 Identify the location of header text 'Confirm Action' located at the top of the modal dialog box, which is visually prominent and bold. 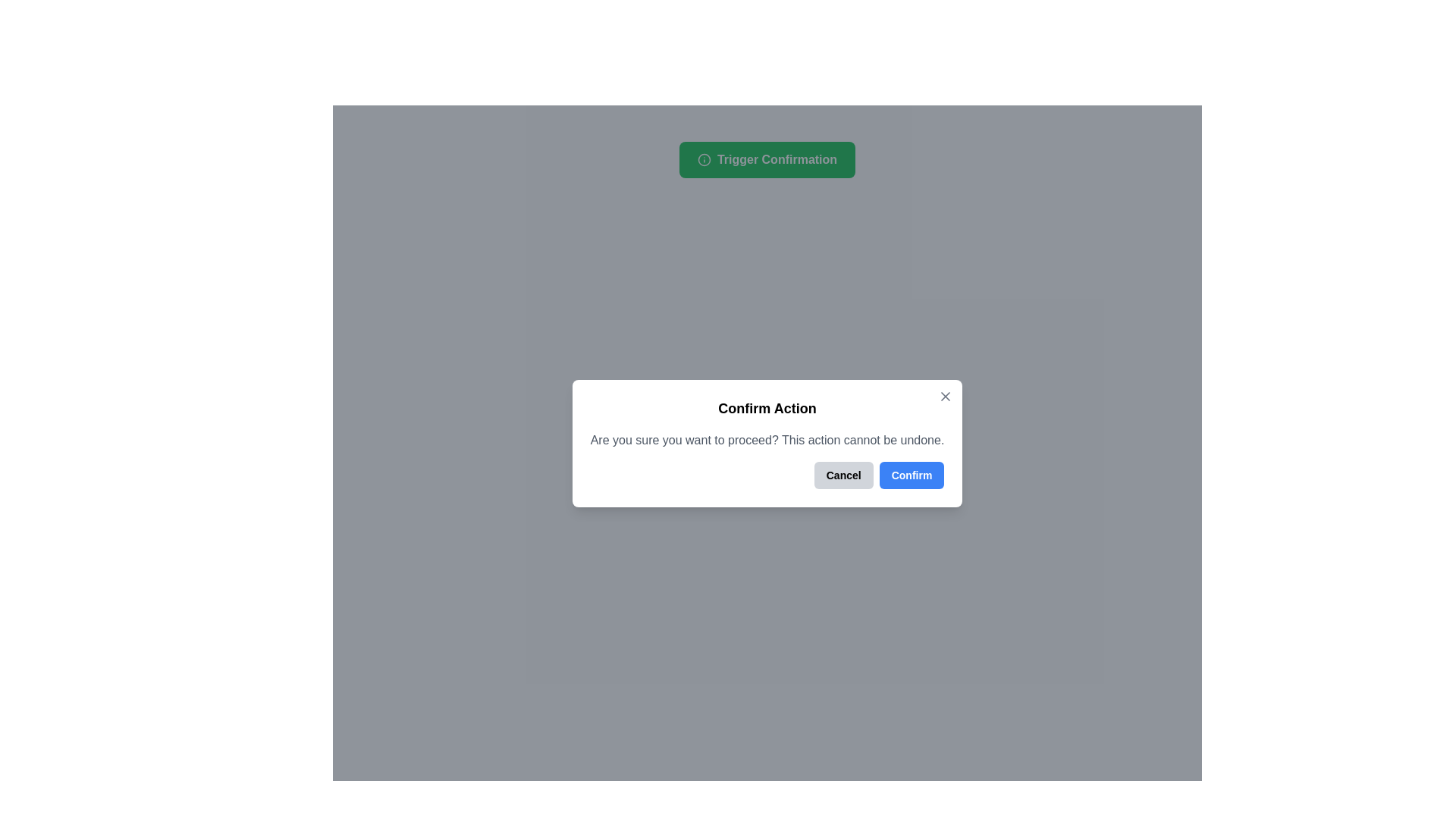
(767, 406).